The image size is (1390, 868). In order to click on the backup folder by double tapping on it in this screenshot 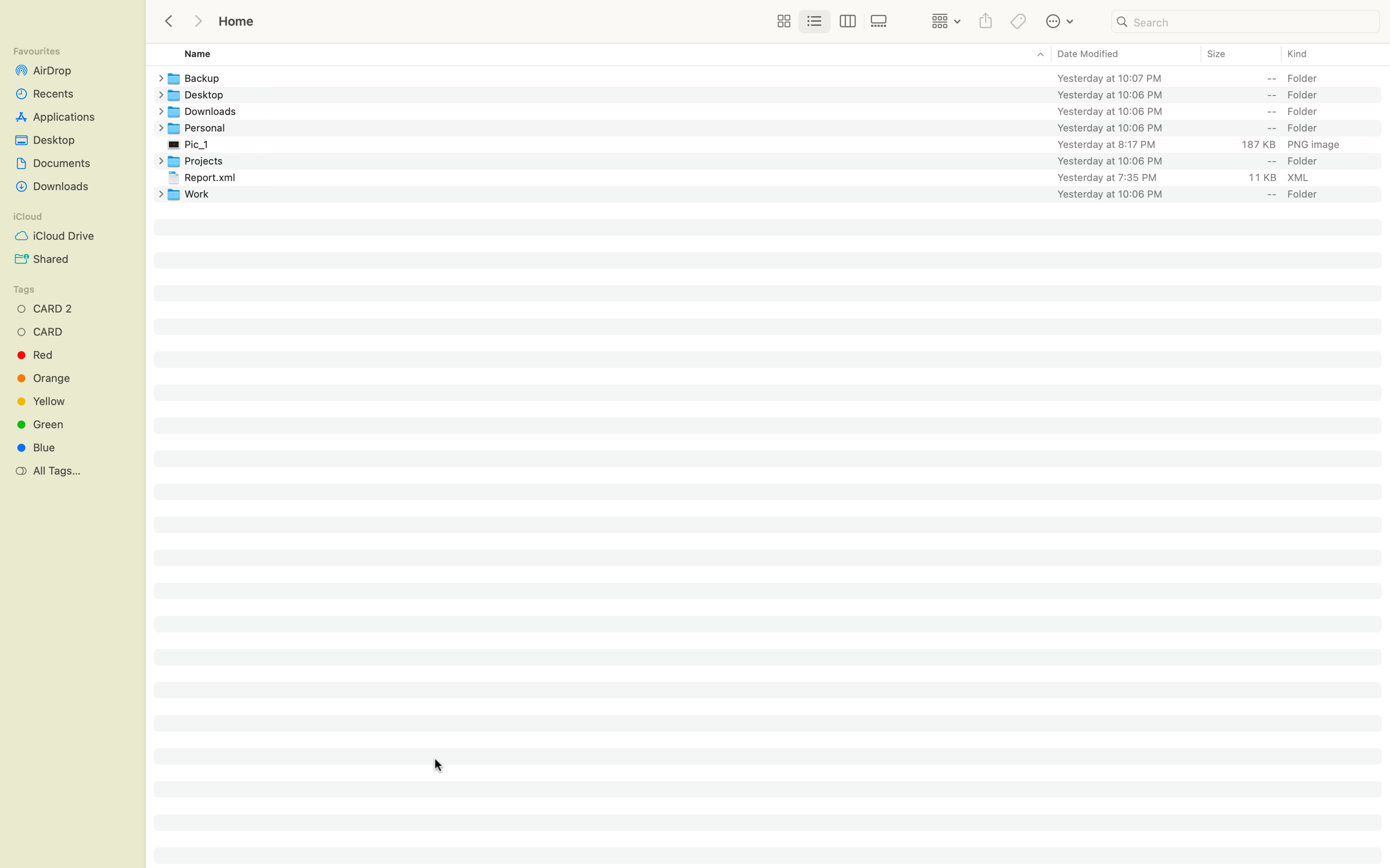, I will do `click(778, 76)`.